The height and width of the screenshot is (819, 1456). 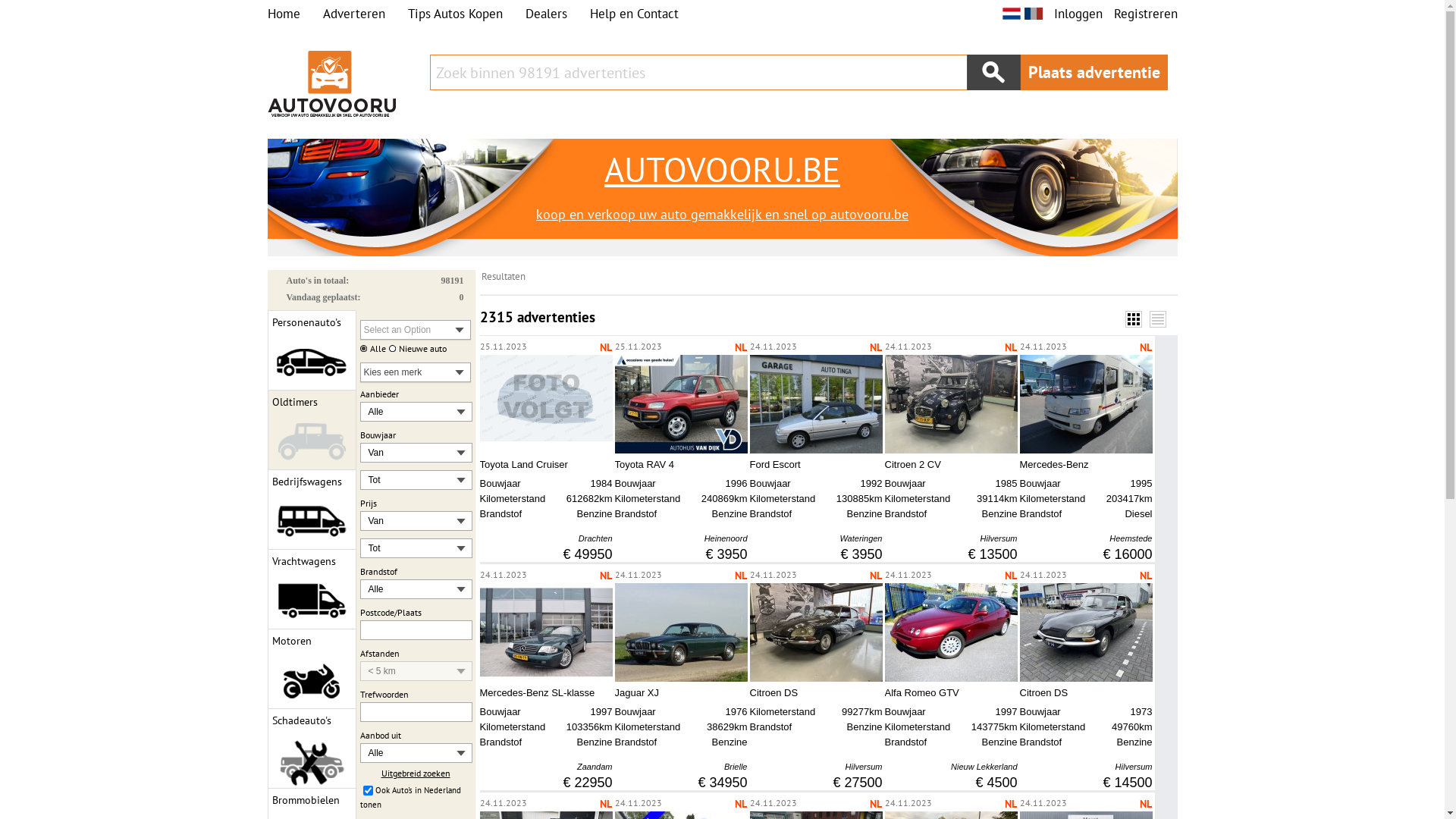 What do you see at coordinates (310, 748) in the screenshot?
I see `'Schadeauto's'` at bounding box center [310, 748].